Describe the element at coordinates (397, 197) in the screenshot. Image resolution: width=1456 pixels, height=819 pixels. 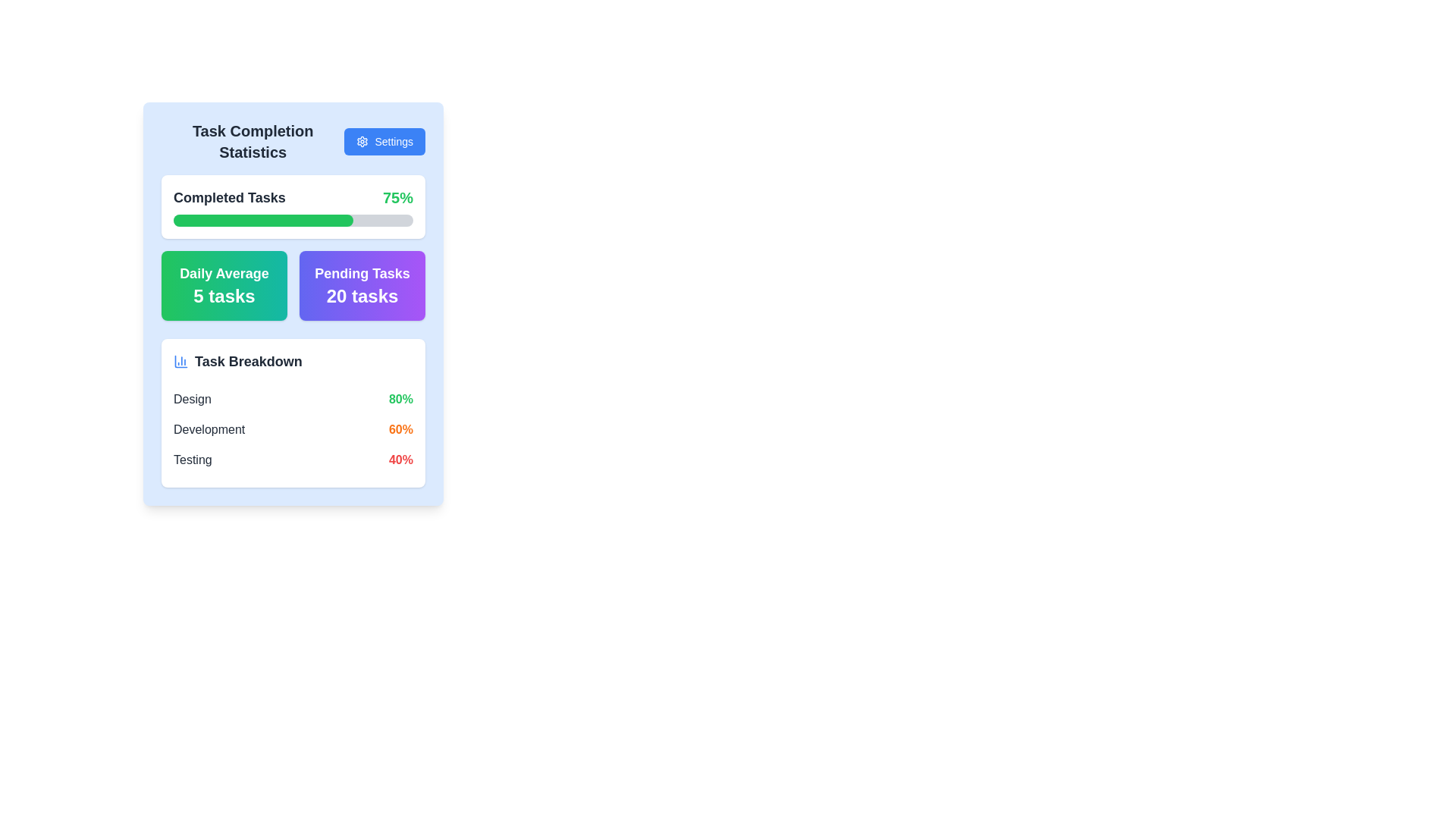
I see `the text display element showing '75%' in the top-right corner of the 'Completed Tasks' section` at that location.